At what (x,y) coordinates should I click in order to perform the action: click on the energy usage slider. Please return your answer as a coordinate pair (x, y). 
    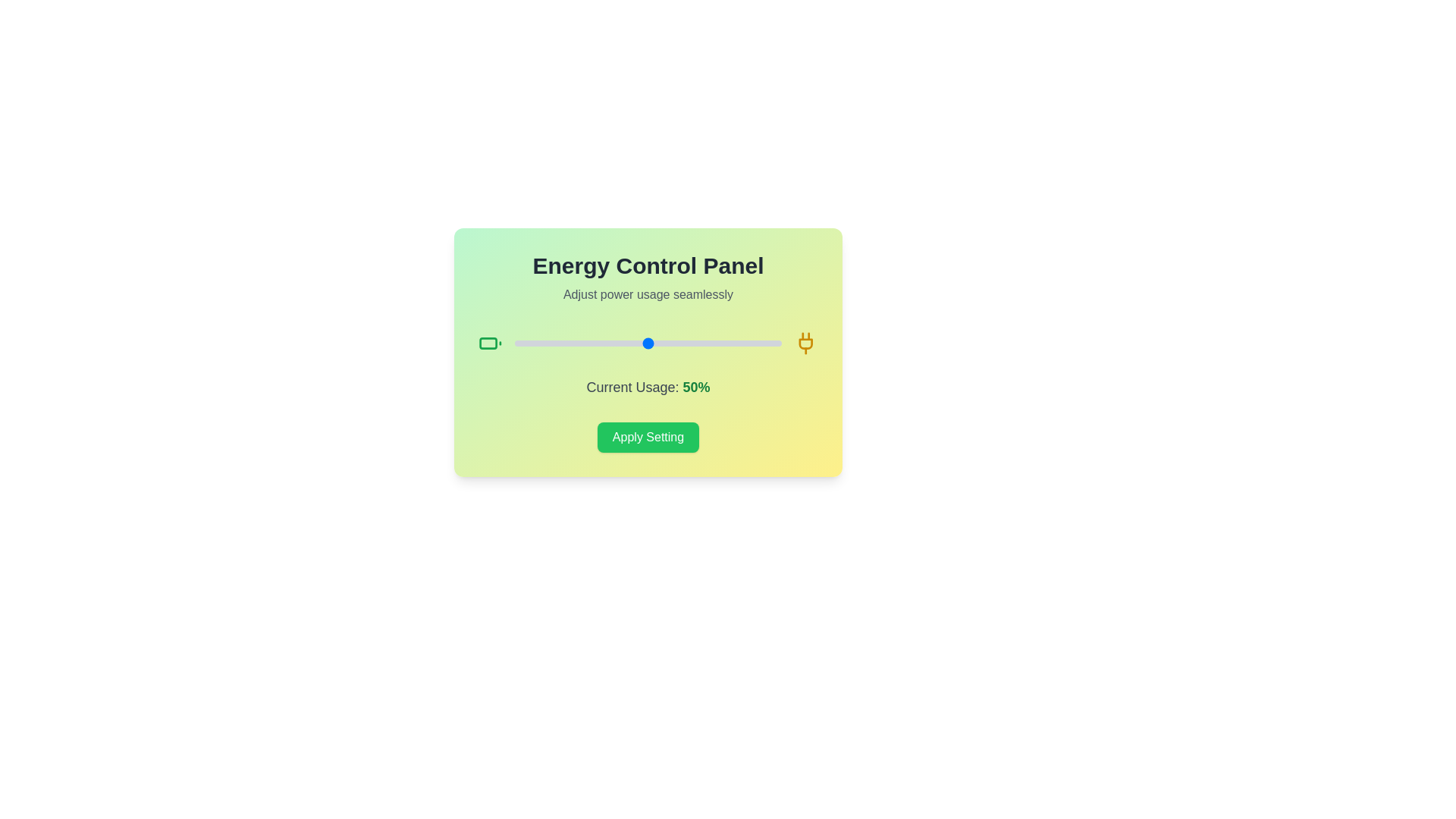
    Looking at the image, I should click on (588, 343).